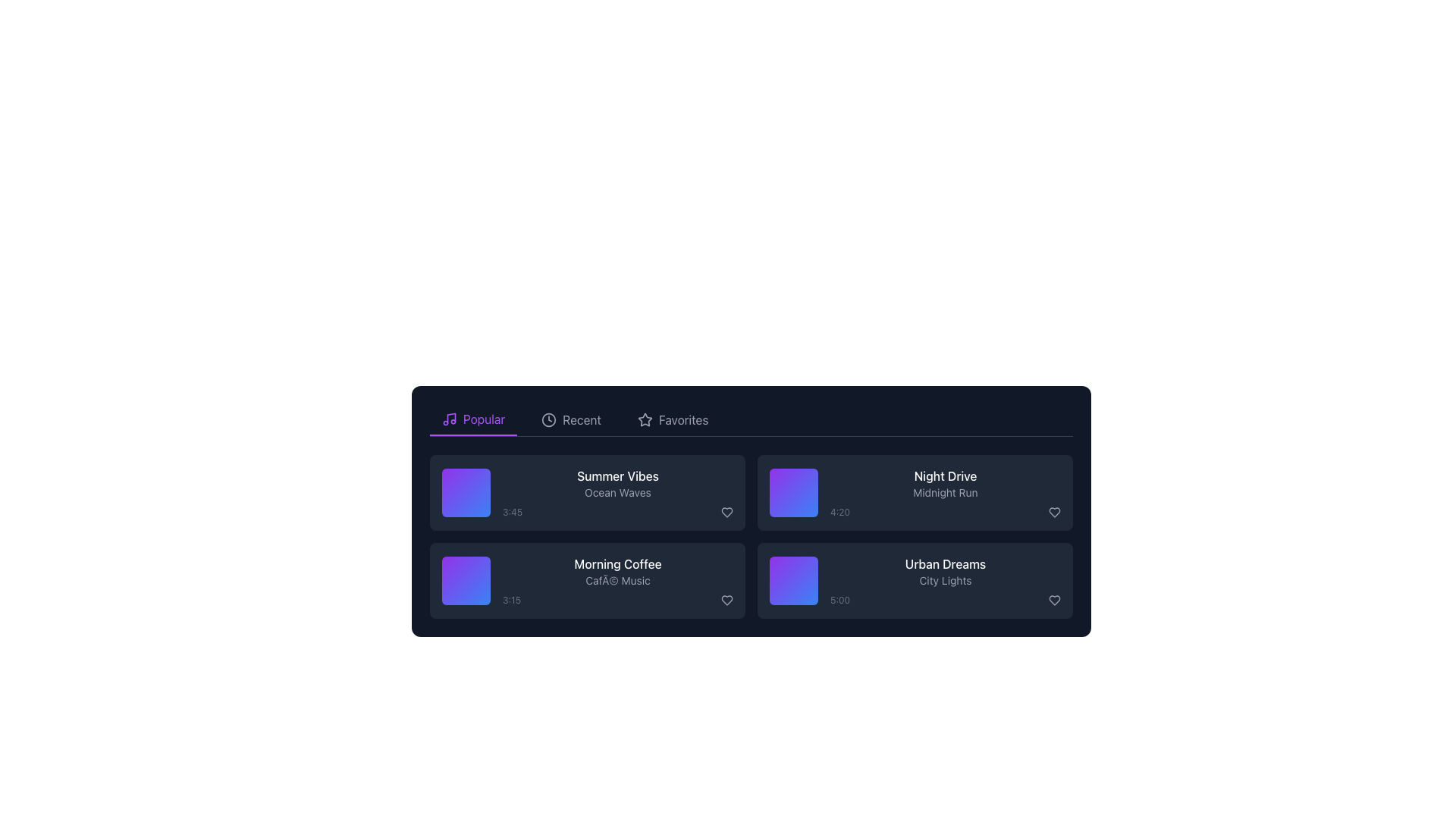 This screenshot has width=1456, height=819. Describe the element at coordinates (586, 580) in the screenshot. I see `the 'Morning Coffee' content card` at that location.